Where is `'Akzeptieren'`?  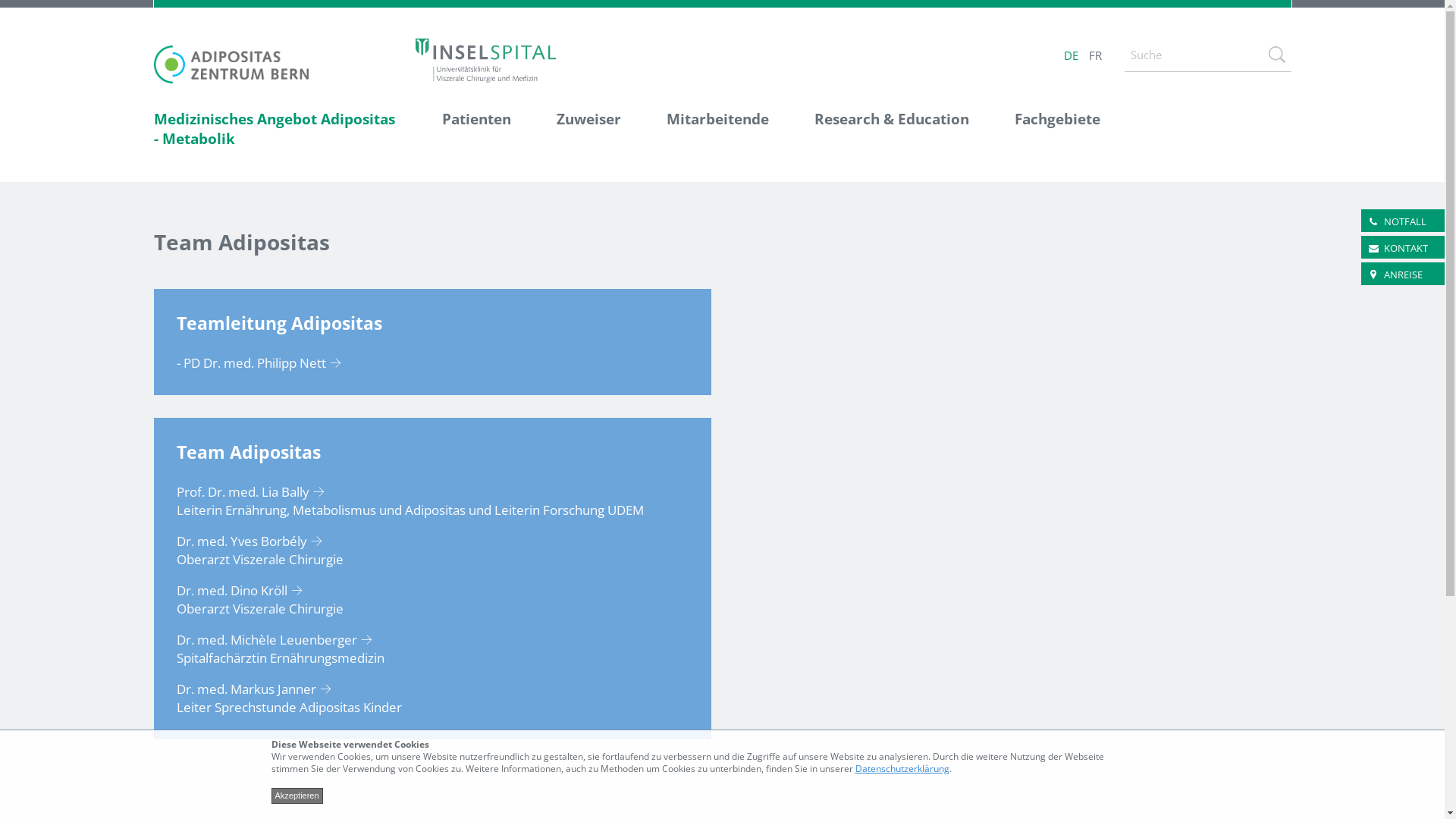 'Akzeptieren' is located at coordinates (297, 795).